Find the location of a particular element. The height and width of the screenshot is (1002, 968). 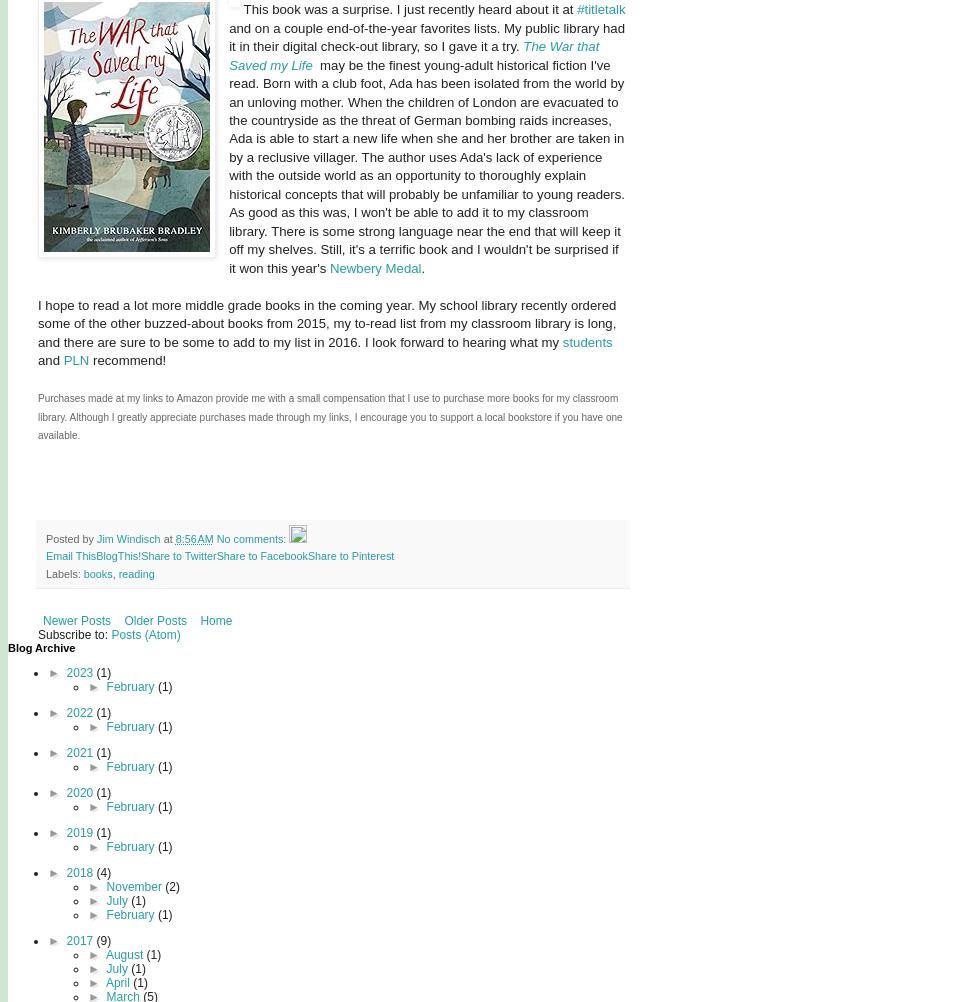

'2020' is located at coordinates (65, 790).